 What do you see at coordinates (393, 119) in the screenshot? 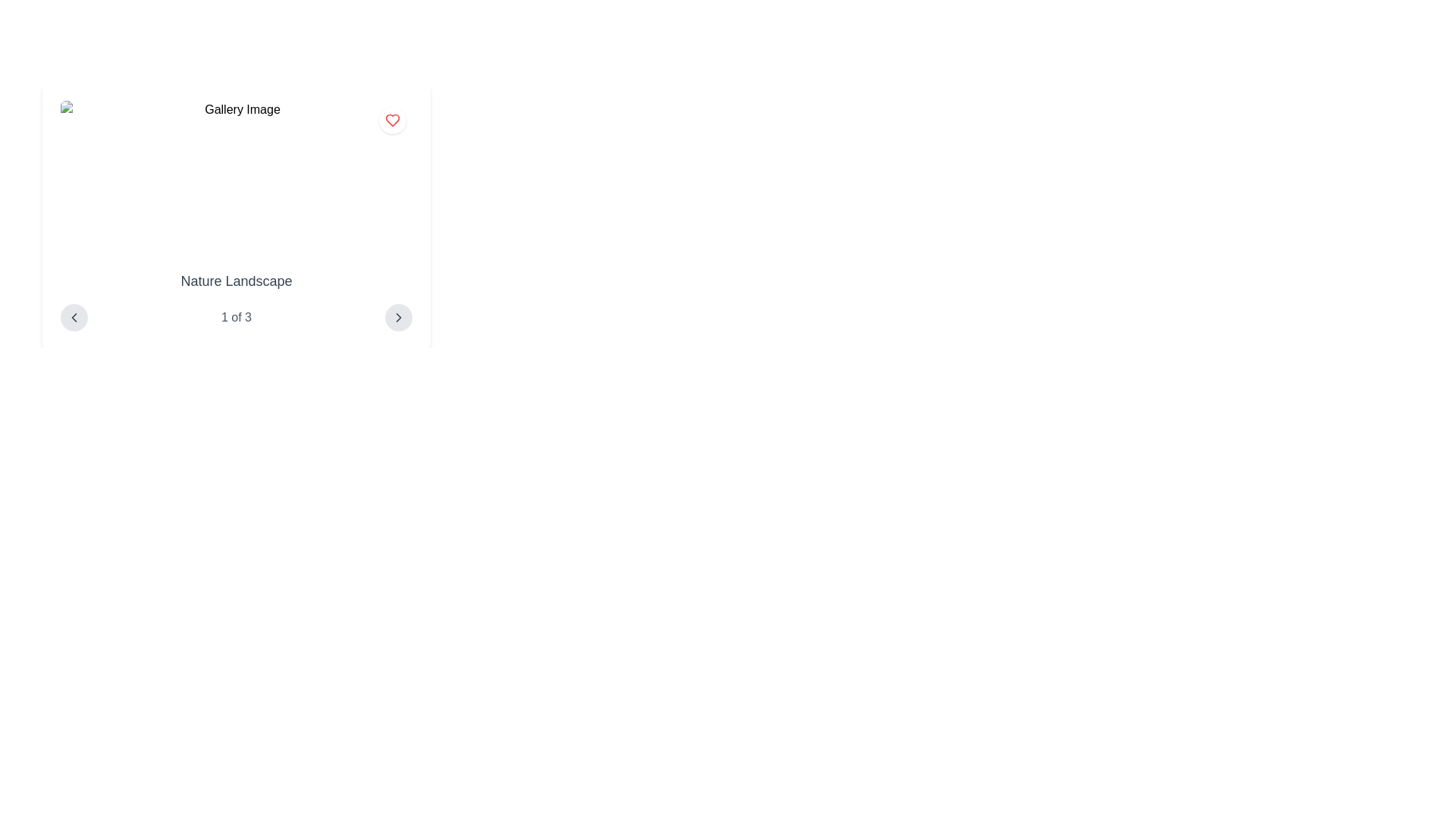
I see `the heart icon button located in the top-right corner of the gallery card to favorite the item` at bounding box center [393, 119].